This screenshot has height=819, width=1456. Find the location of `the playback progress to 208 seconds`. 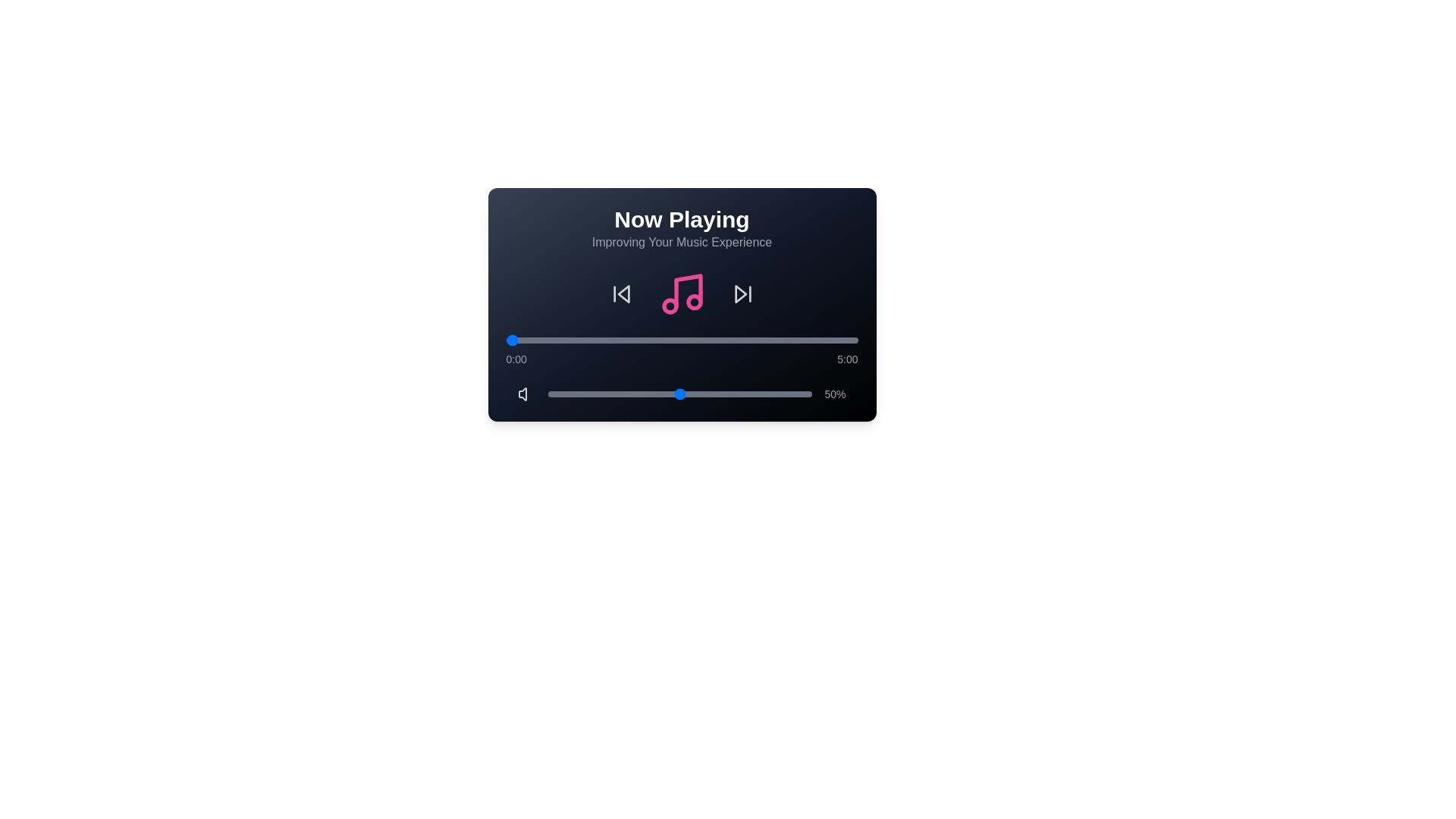

the playback progress to 208 seconds is located at coordinates (750, 339).